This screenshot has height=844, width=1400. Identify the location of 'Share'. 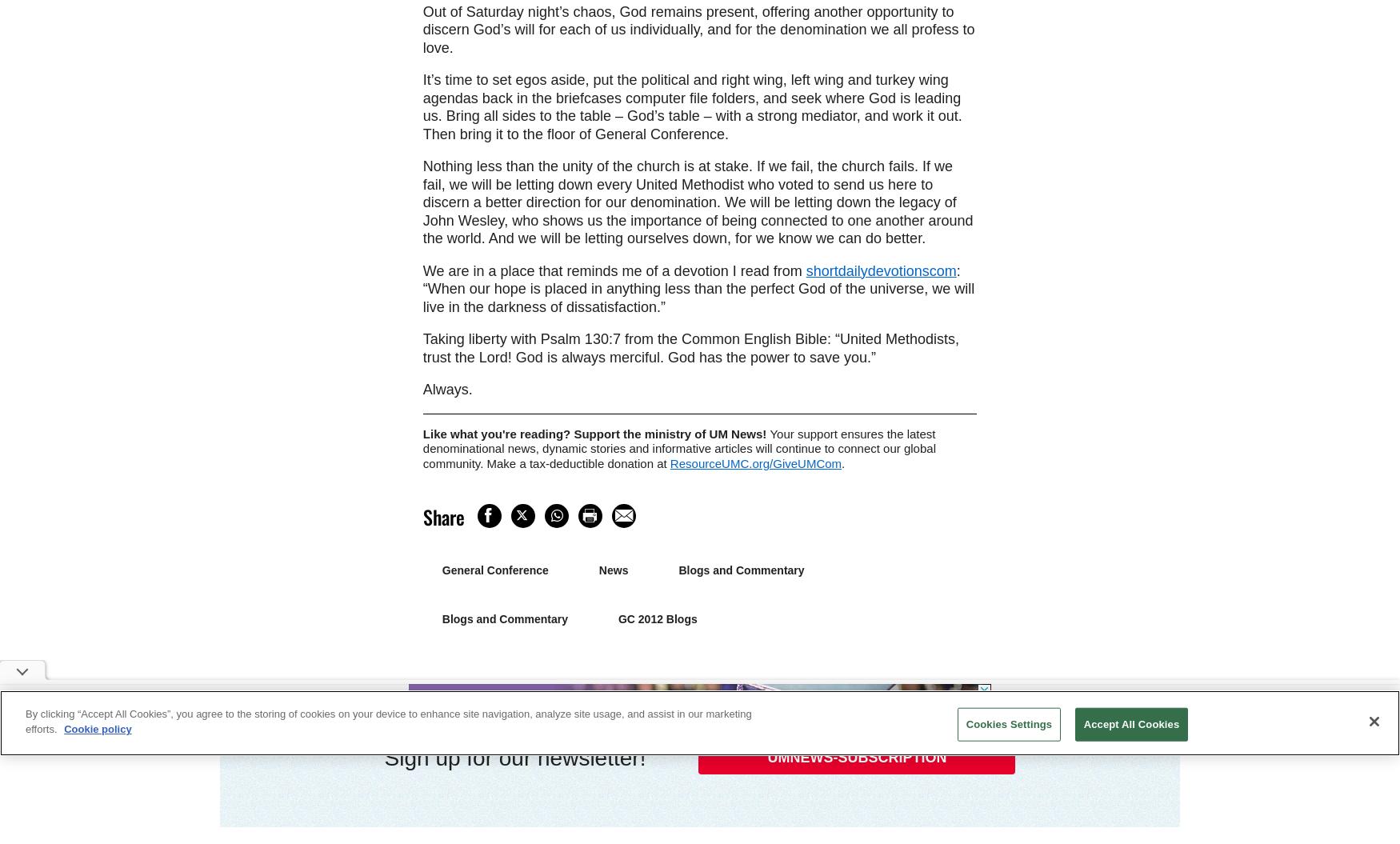
(421, 516).